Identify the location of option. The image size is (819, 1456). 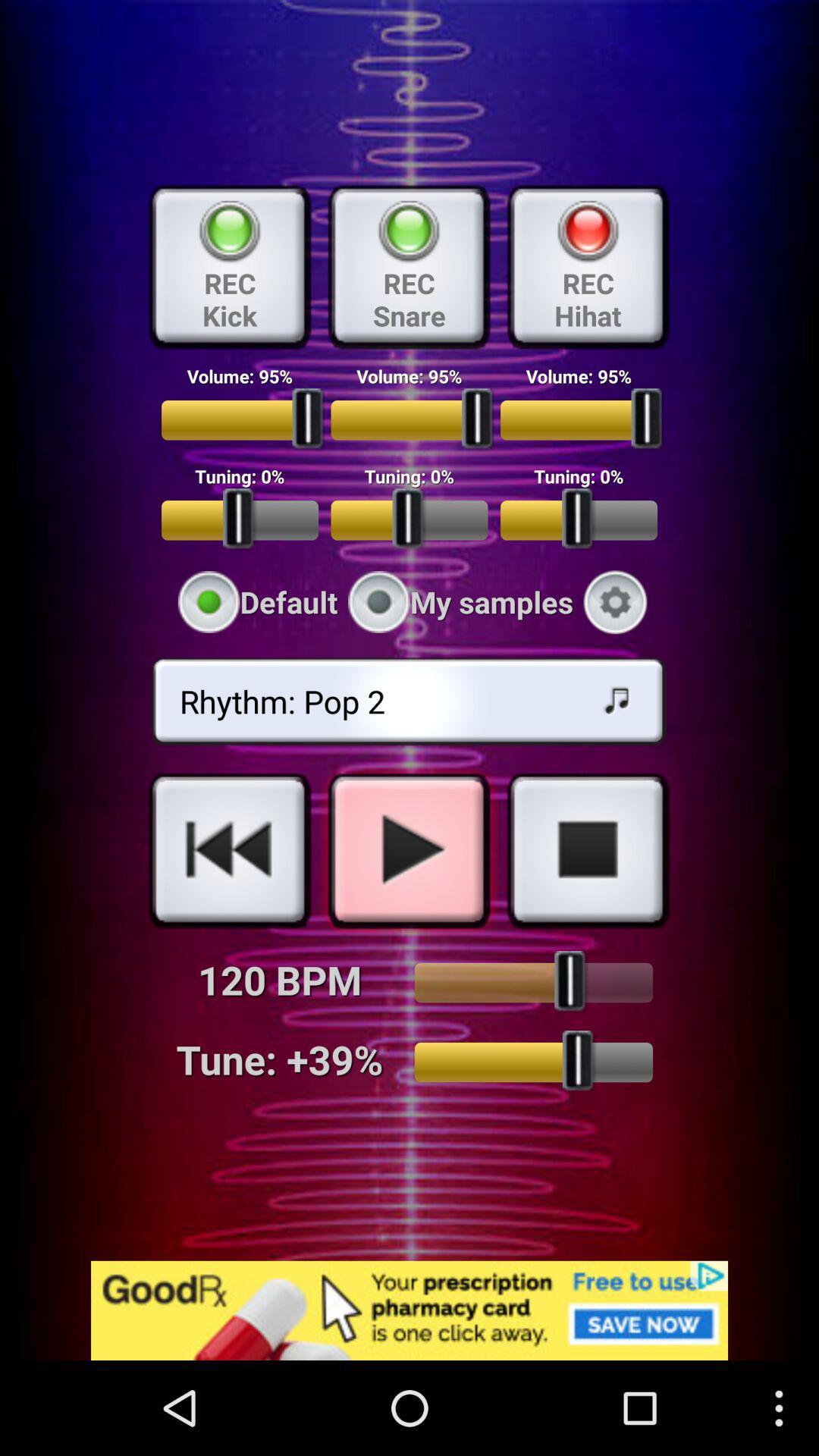
(408, 850).